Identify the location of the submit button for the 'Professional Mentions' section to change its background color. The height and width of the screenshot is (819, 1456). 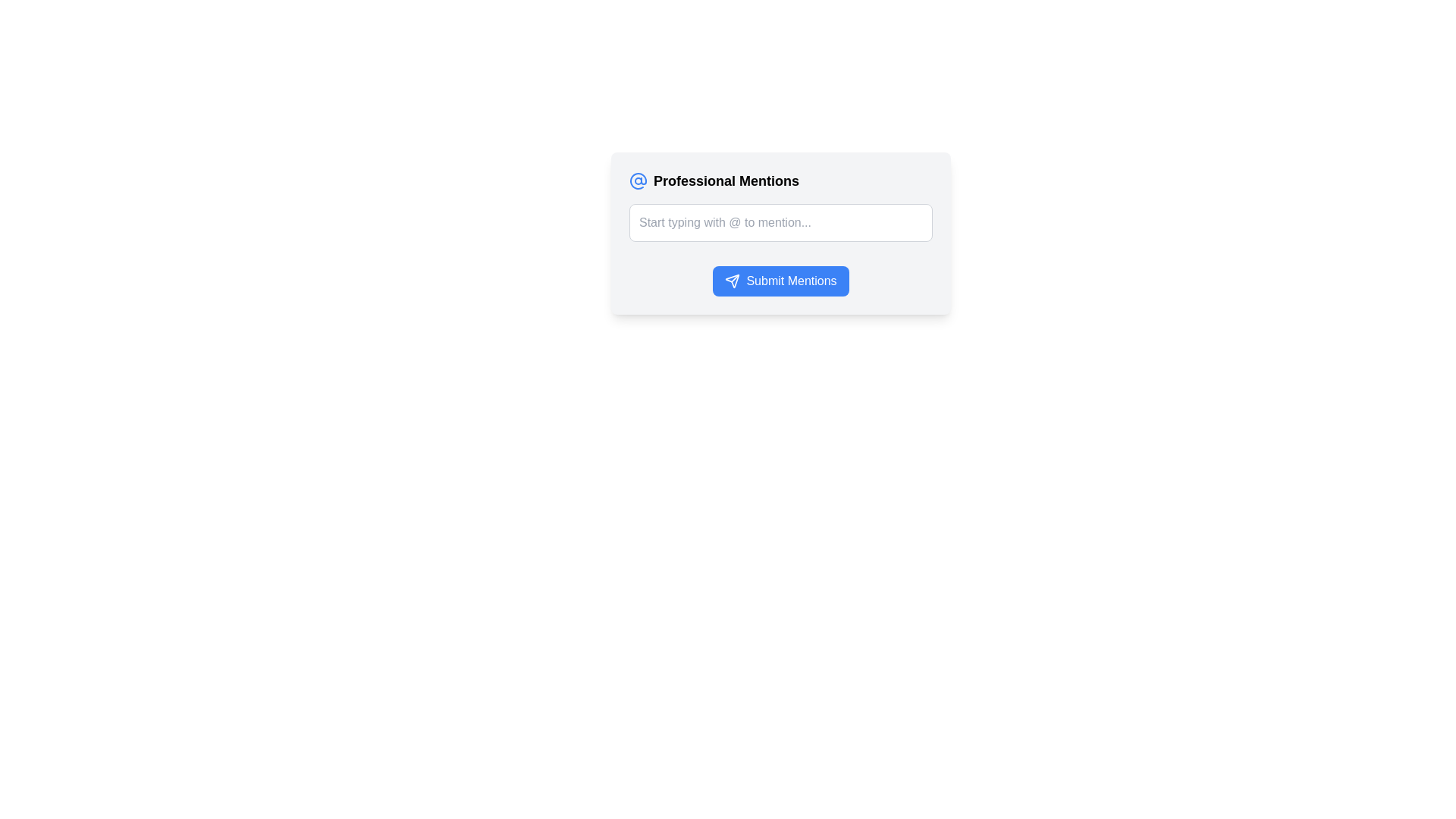
(781, 281).